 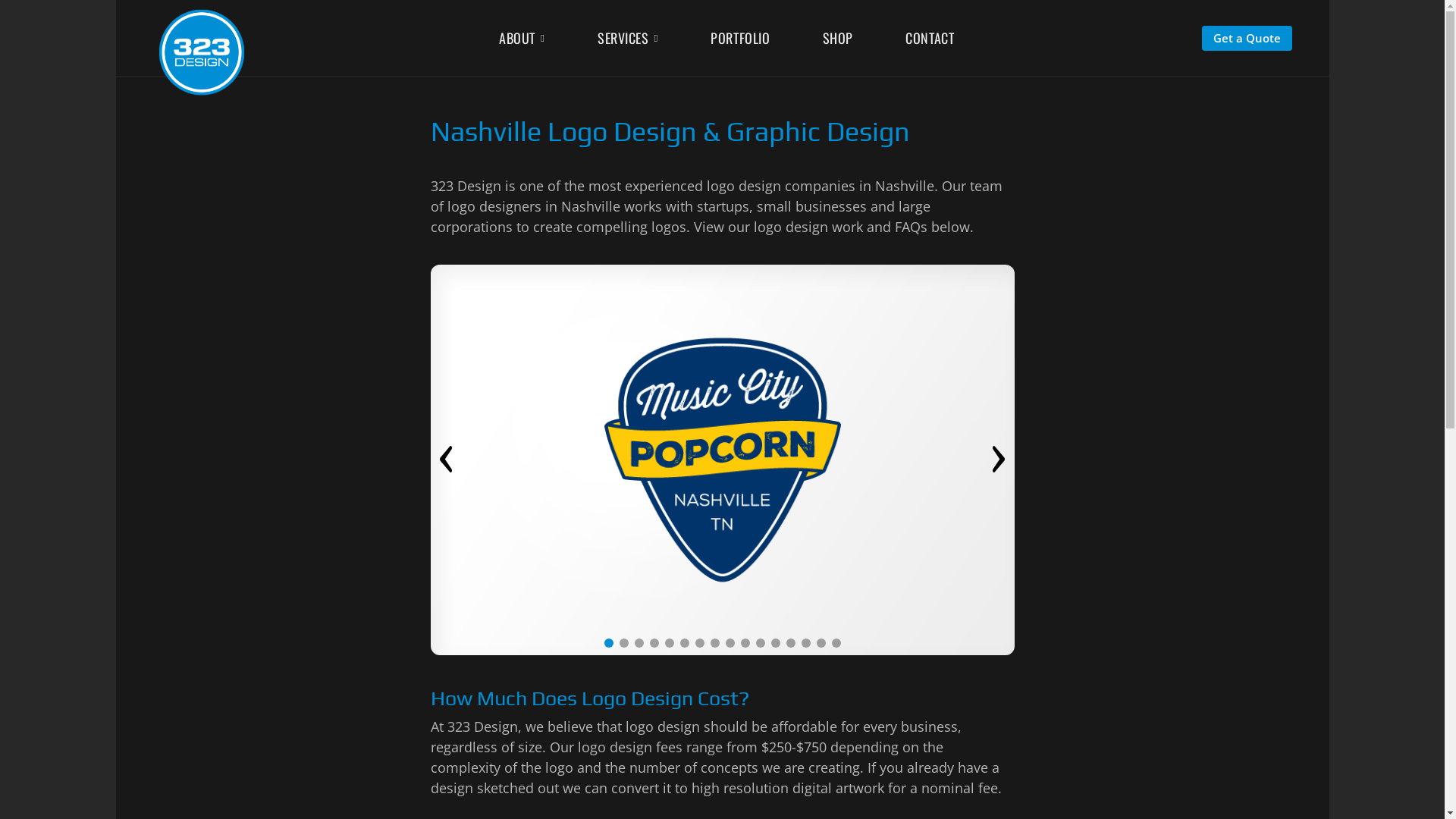 What do you see at coordinates (628, 38) in the screenshot?
I see `'SERVICES'` at bounding box center [628, 38].